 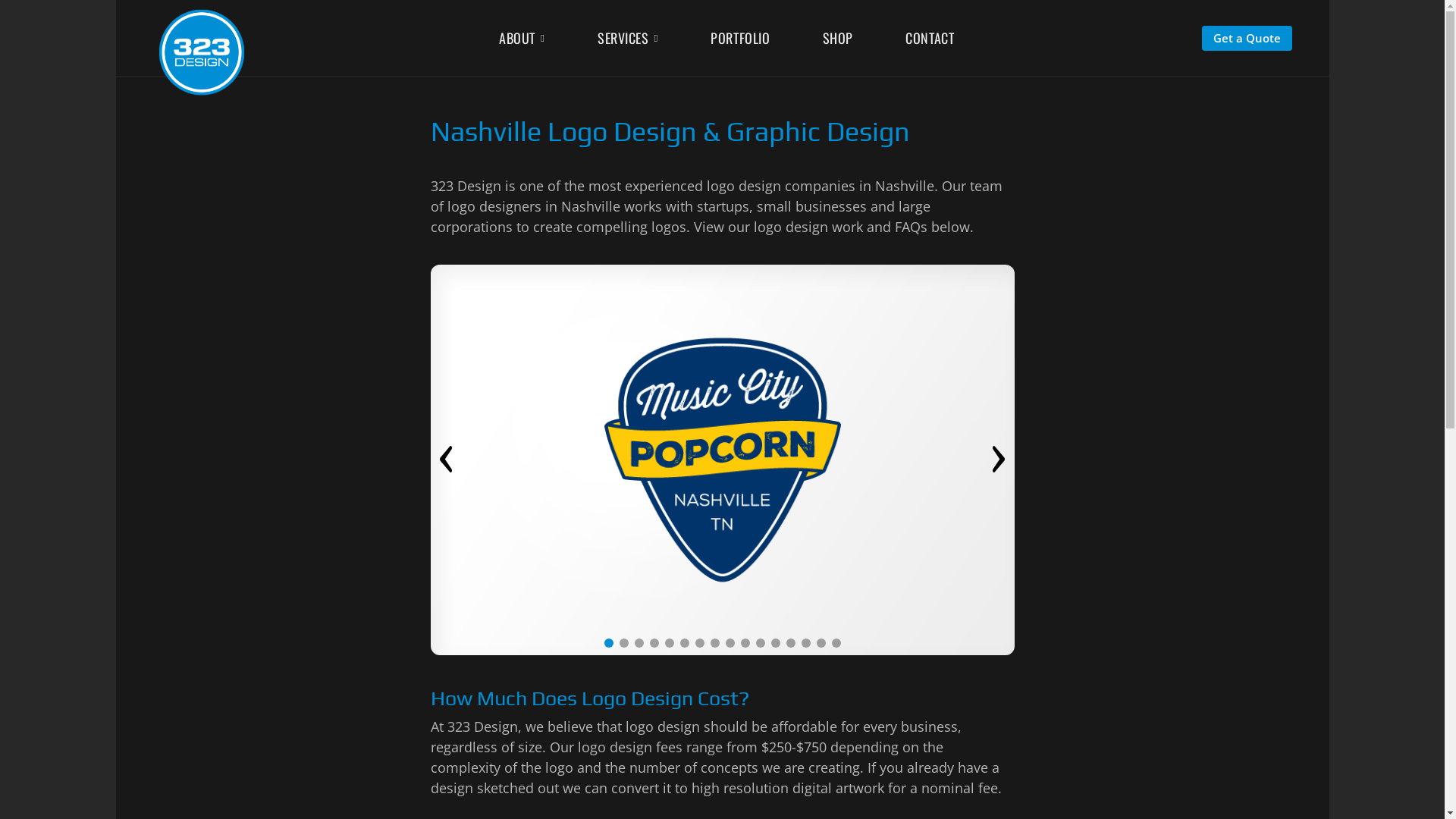 What do you see at coordinates (628, 38) in the screenshot?
I see `'SERVICES'` at bounding box center [628, 38].